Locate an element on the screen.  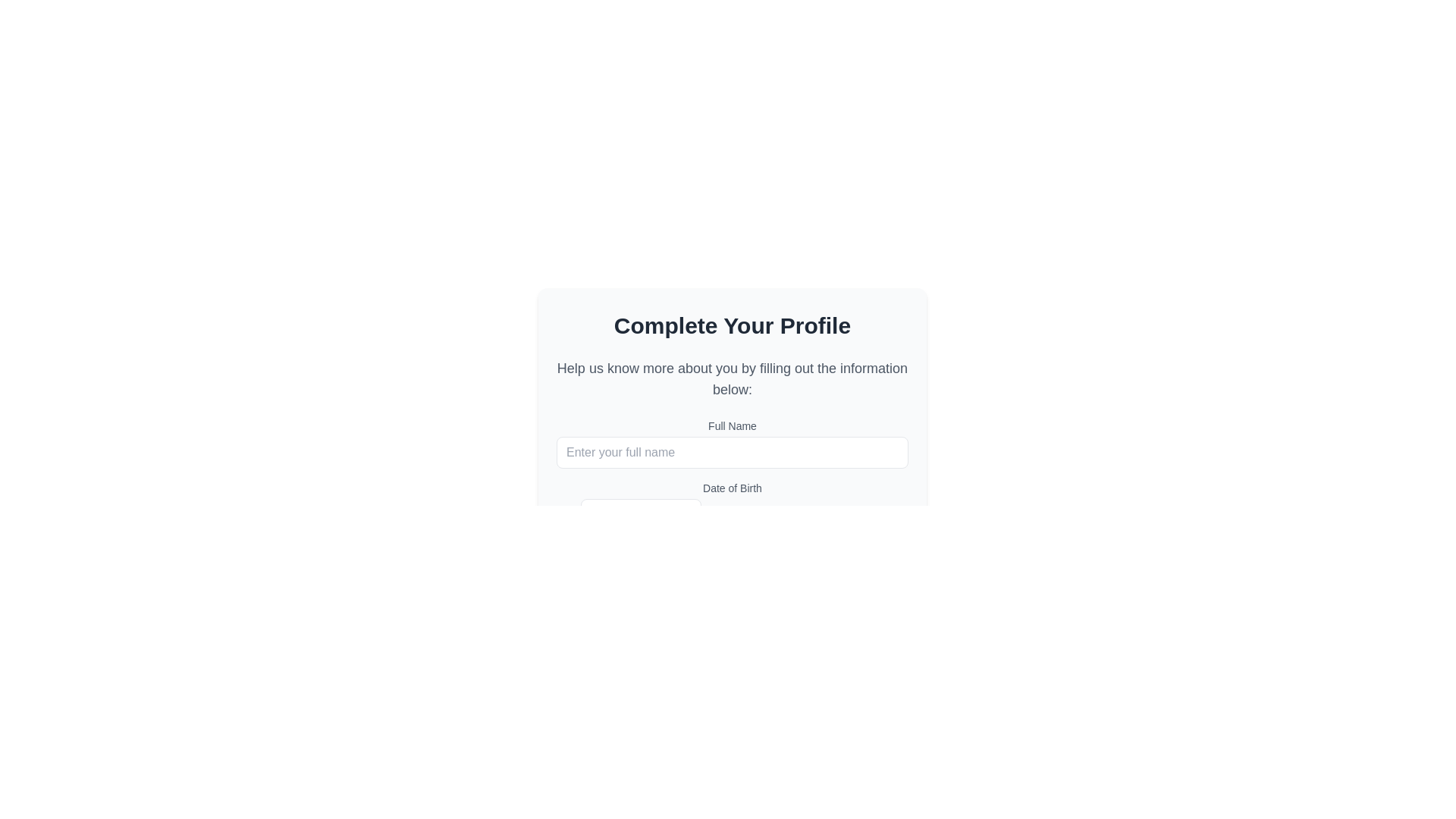
the Label that indicates the purpose of the date input field, positioned immediately above it is located at coordinates (732, 488).